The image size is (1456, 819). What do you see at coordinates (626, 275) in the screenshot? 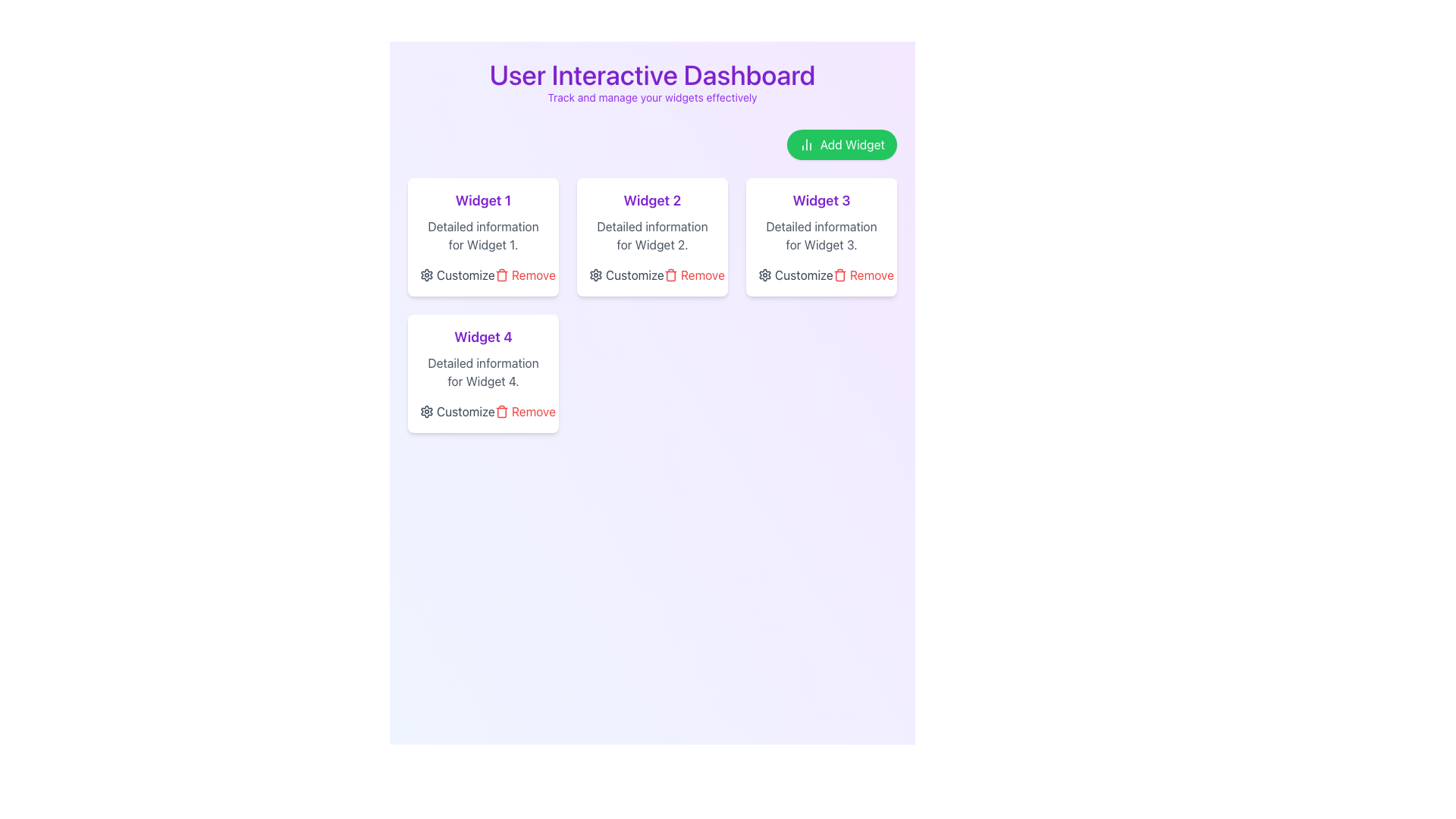
I see `the 'Customize' button, which is a rectangular button labeled 'Customize' with a settings gear icon, located beneath 'Widget 2.'` at bounding box center [626, 275].